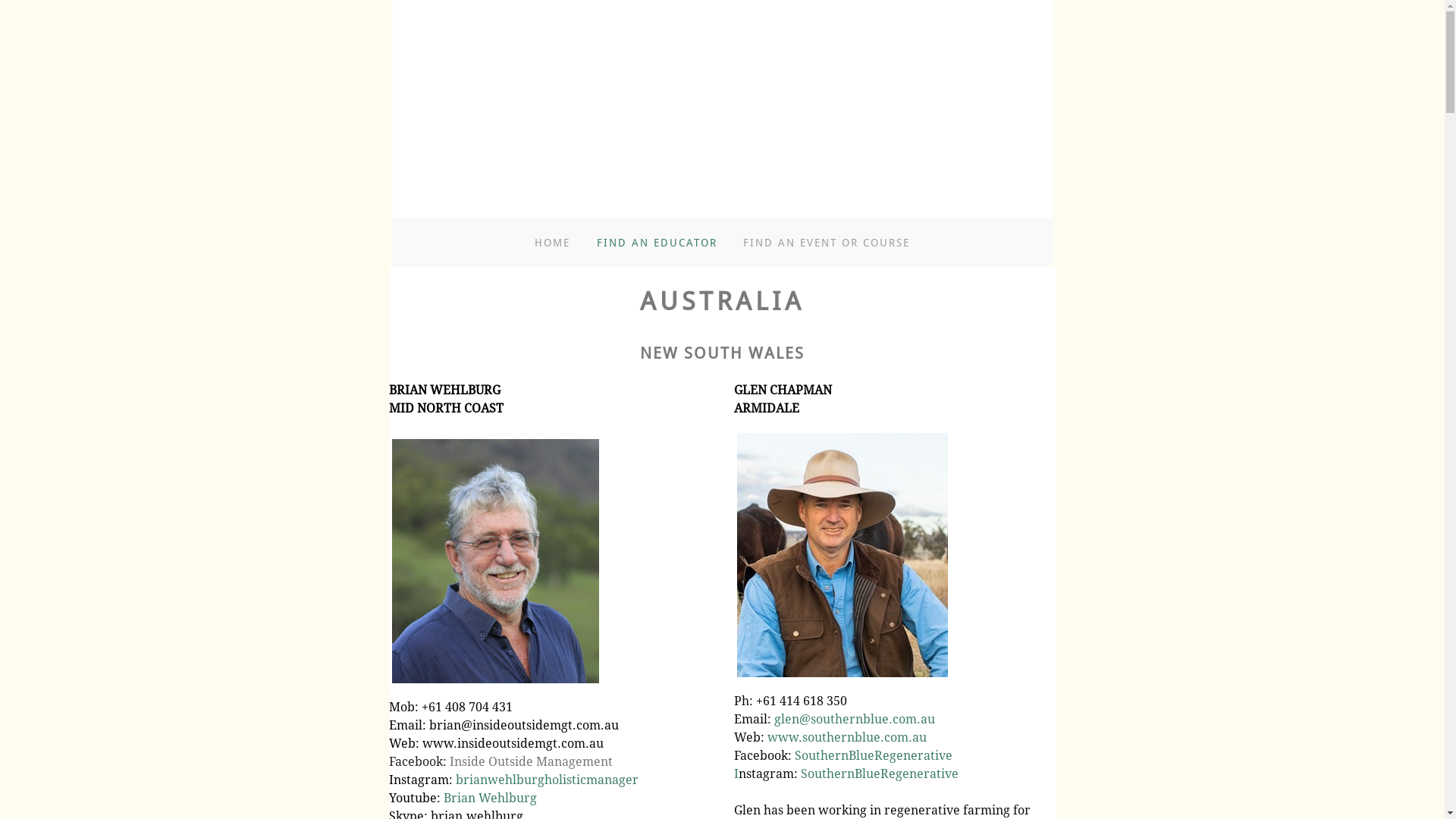  Describe the element at coordinates (854, 718) in the screenshot. I see `'glen@southernblue.com.au'` at that location.